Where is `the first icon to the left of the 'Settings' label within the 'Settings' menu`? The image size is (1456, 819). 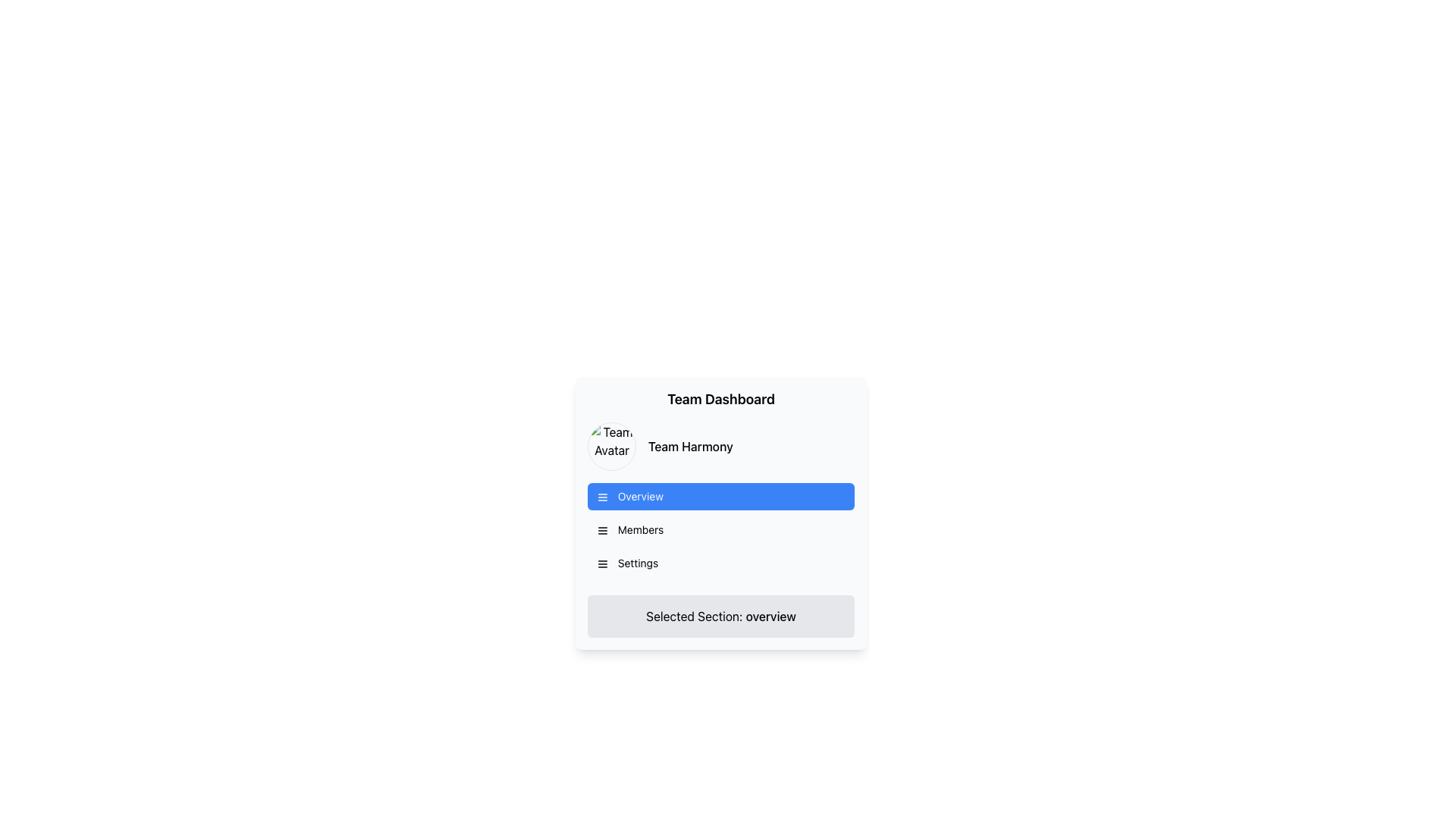
the first icon to the left of the 'Settings' label within the 'Settings' menu is located at coordinates (602, 564).